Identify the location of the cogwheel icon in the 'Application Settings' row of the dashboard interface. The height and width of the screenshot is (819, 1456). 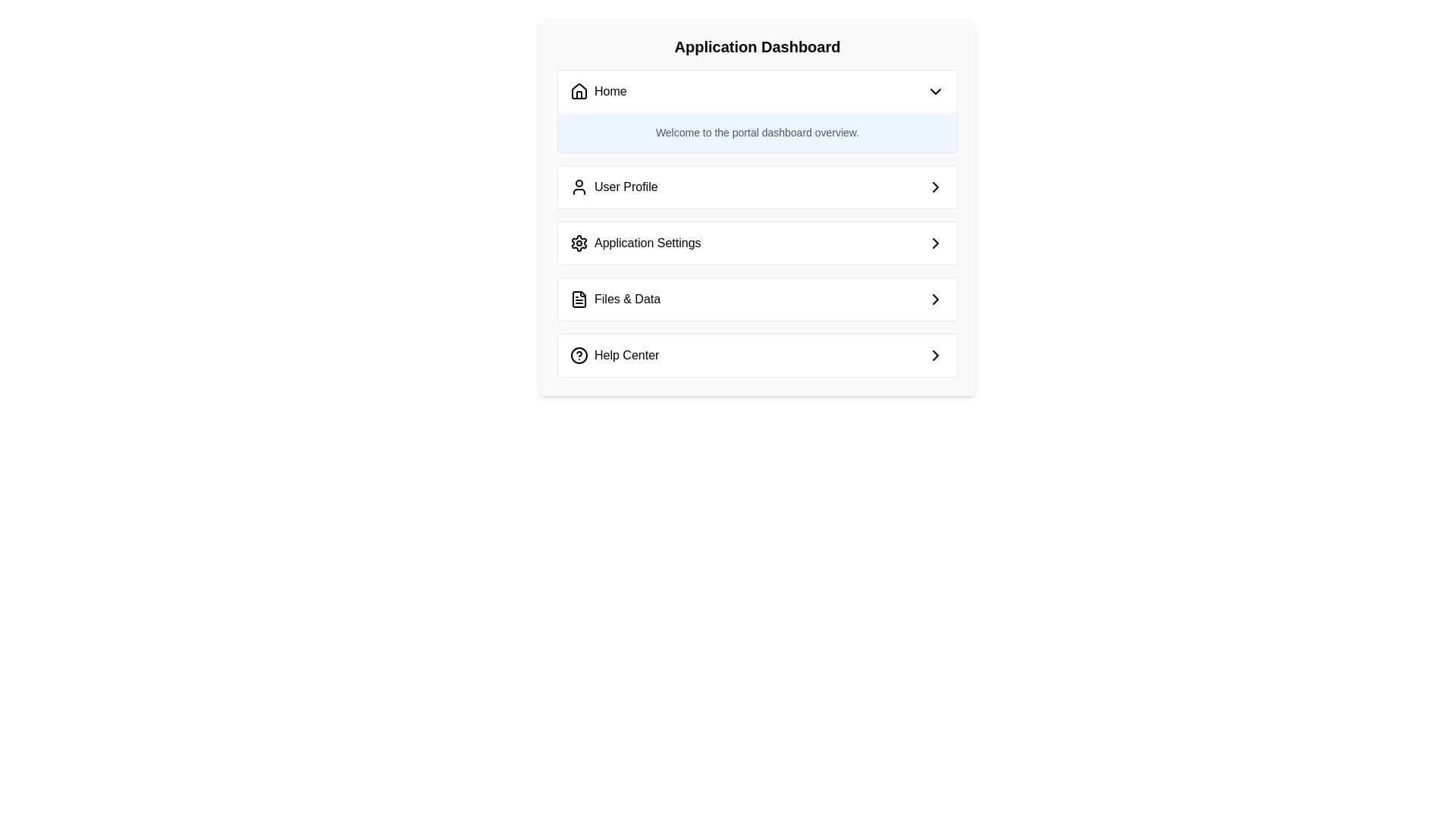
(578, 242).